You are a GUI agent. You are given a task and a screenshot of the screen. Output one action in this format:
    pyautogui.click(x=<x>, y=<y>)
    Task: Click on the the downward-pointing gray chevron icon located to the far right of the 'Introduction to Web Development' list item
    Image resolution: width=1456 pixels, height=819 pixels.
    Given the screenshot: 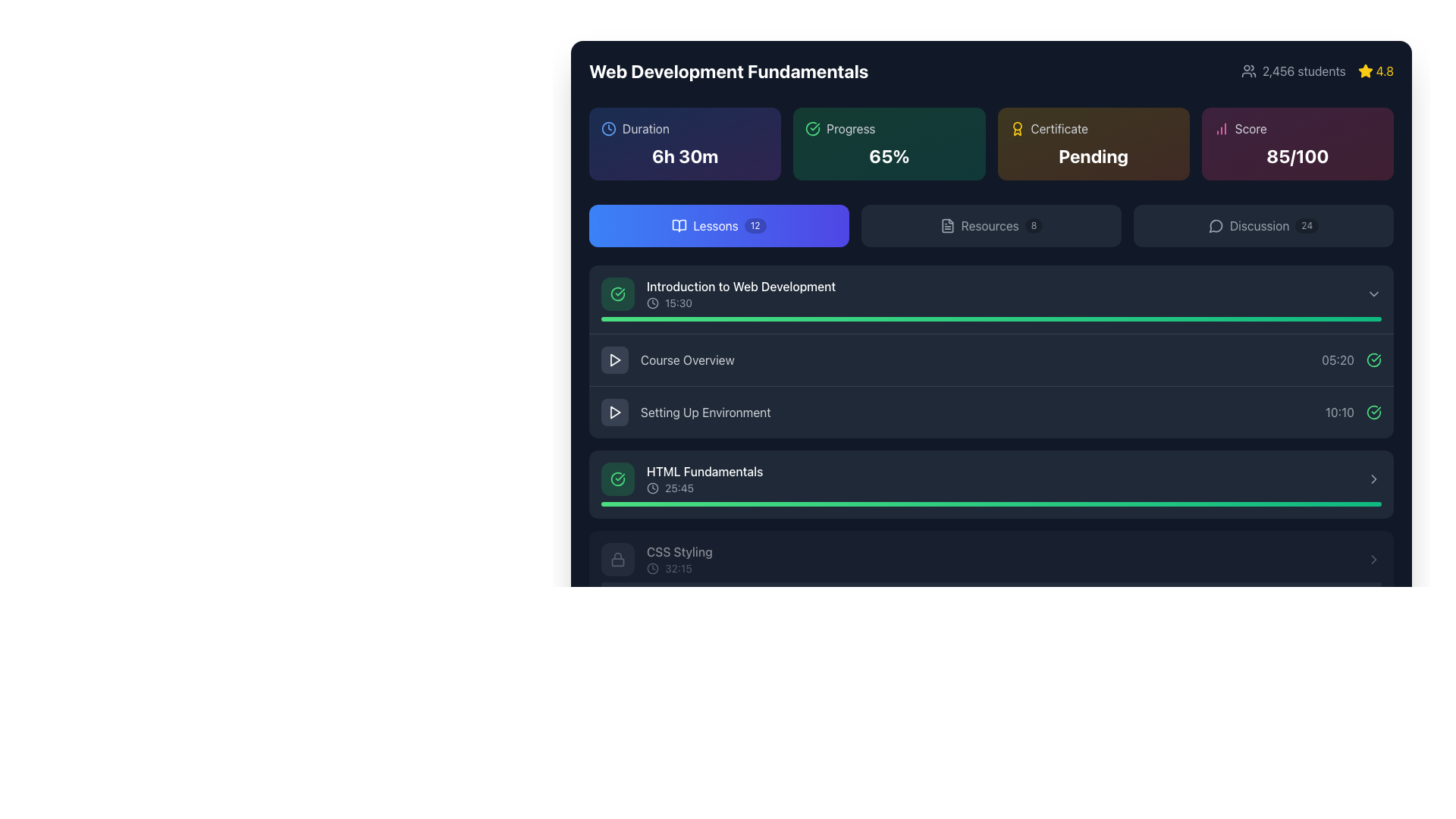 What is the action you would take?
    pyautogui.click(x=1373, y=294)
    